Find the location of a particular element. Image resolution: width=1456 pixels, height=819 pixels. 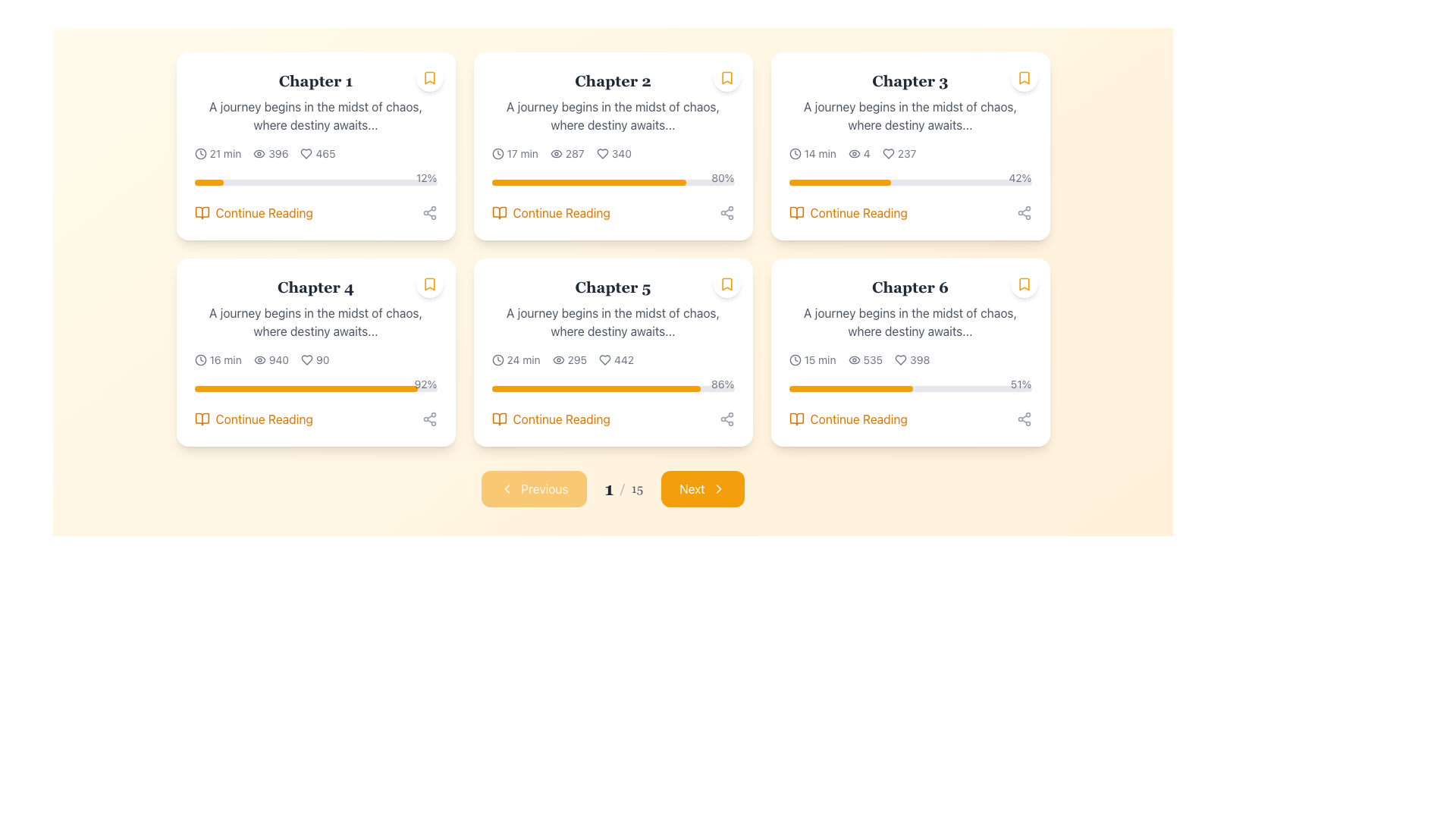

the orange book icon within the 'Continue Reading' section of the second card in the top row to trigger the additional effect or tooltip is located at coordinates (499, 213).